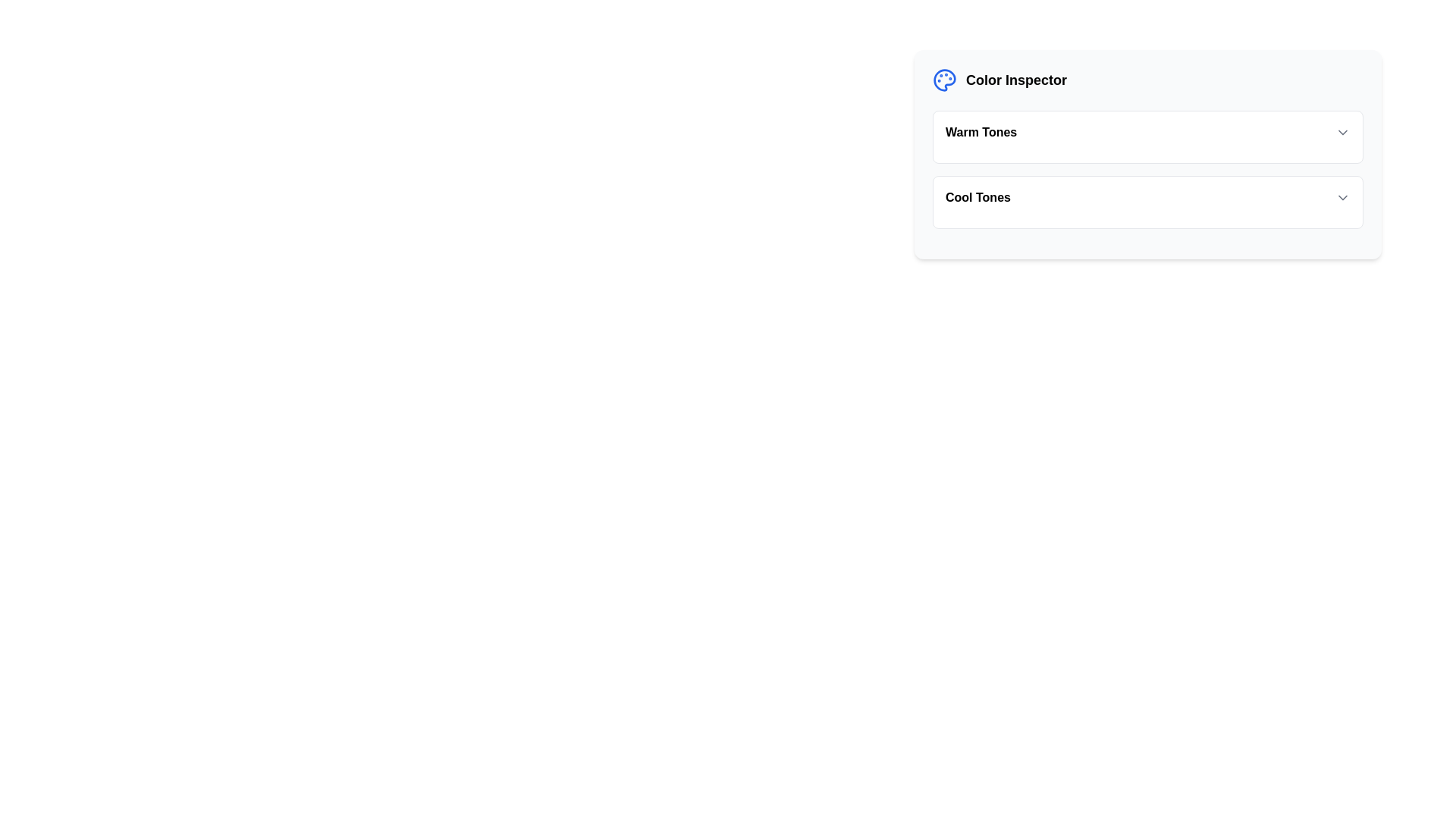  What do you see at coordinates (1147, 162) in the screenshot?
I see `the dropdown menus labeled 'Warm Tones' and 'Cool Tones' on the 'Color Inspector' panel, which is a white rectangular panel with rounded corners located in the top-right portion of the interface` at bounding box center [1147, 162].